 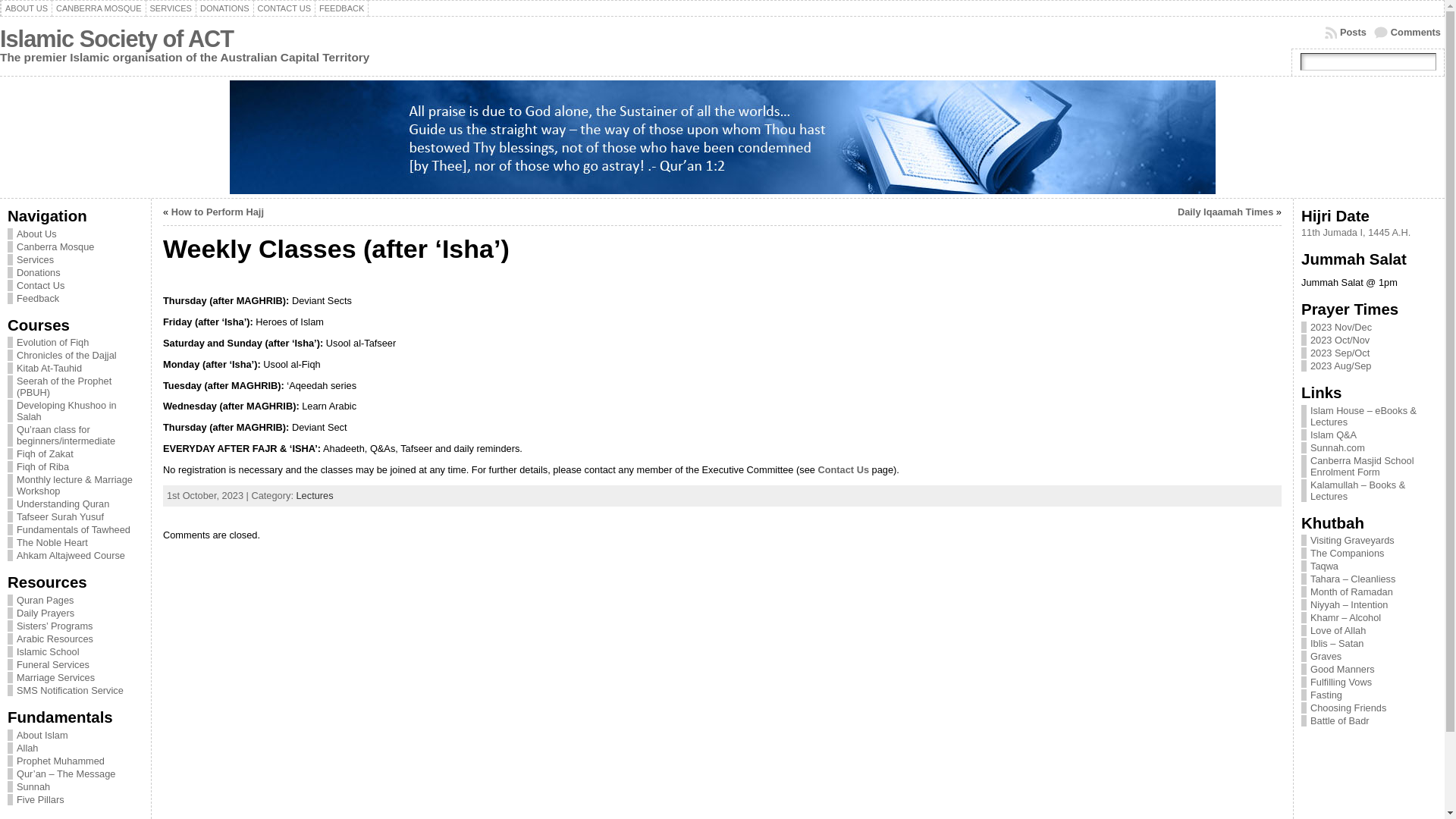 What do you see at coordinates (224, 8) in the screenshot?
I see `'DONATIONS'` at bounding box center [224, 8].